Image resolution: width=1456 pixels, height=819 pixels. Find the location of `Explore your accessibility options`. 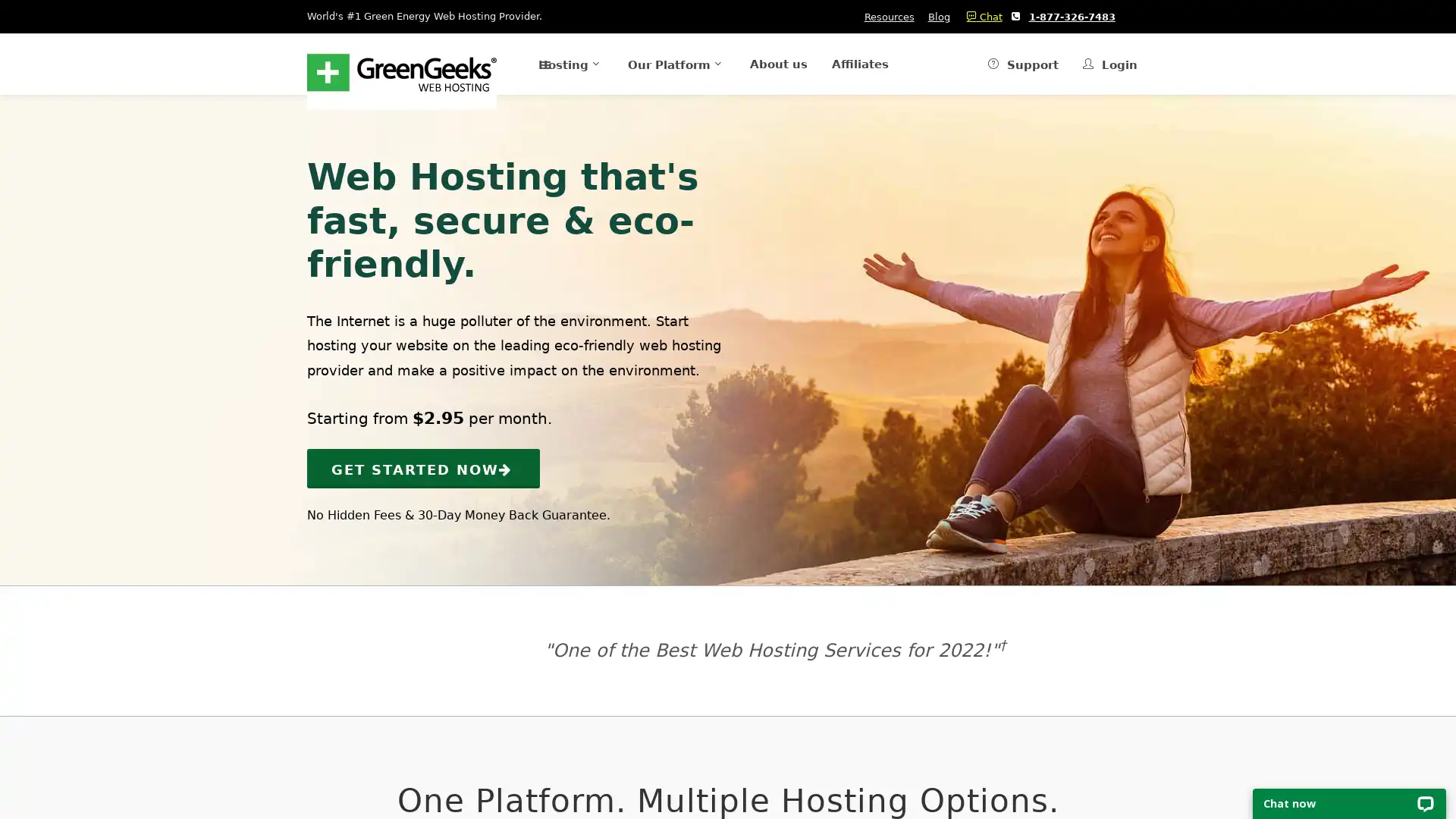

Explore your accessibility options is located at coordinates (24, 742).